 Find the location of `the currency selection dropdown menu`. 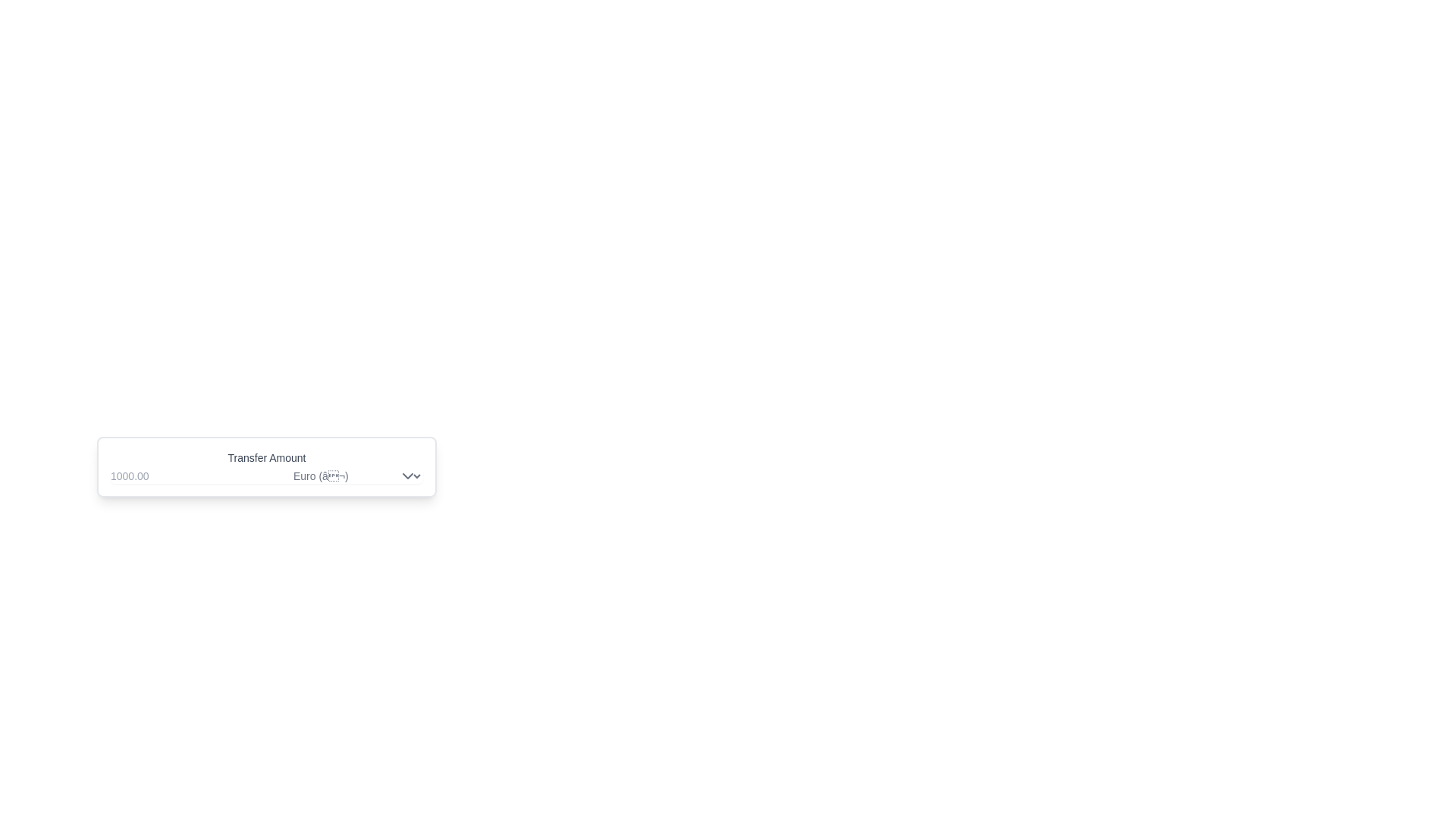

the currency selection dropdown menu is located at coordinates (351, 475).